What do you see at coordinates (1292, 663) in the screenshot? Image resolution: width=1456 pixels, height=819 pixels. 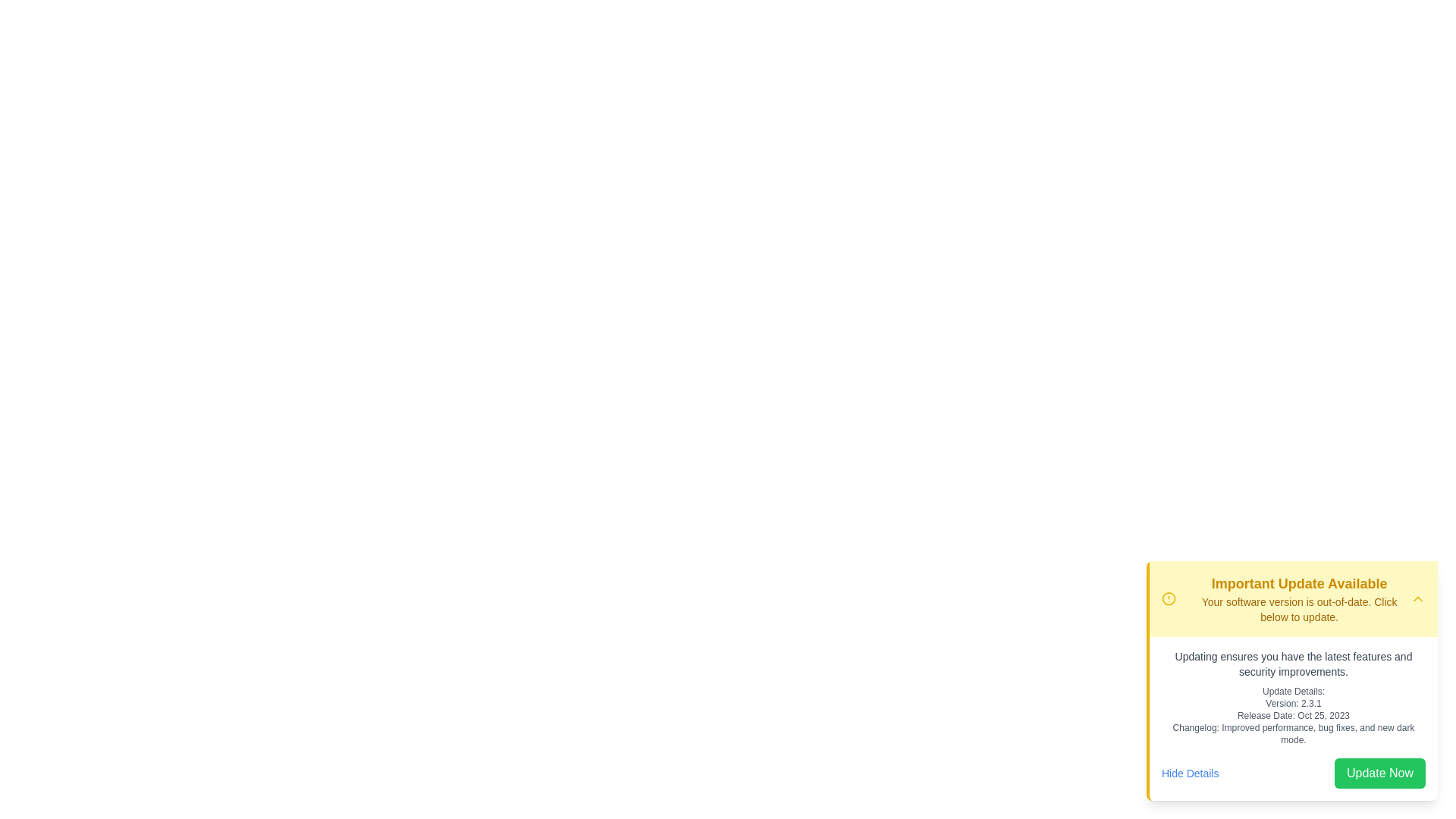 I see `the text block displaying the message: 'Updating ensures you have the latest features and security improvements.' which is located centrally under a yellow-highlighted title section in an informational card` at bounding box center [1292, 663].